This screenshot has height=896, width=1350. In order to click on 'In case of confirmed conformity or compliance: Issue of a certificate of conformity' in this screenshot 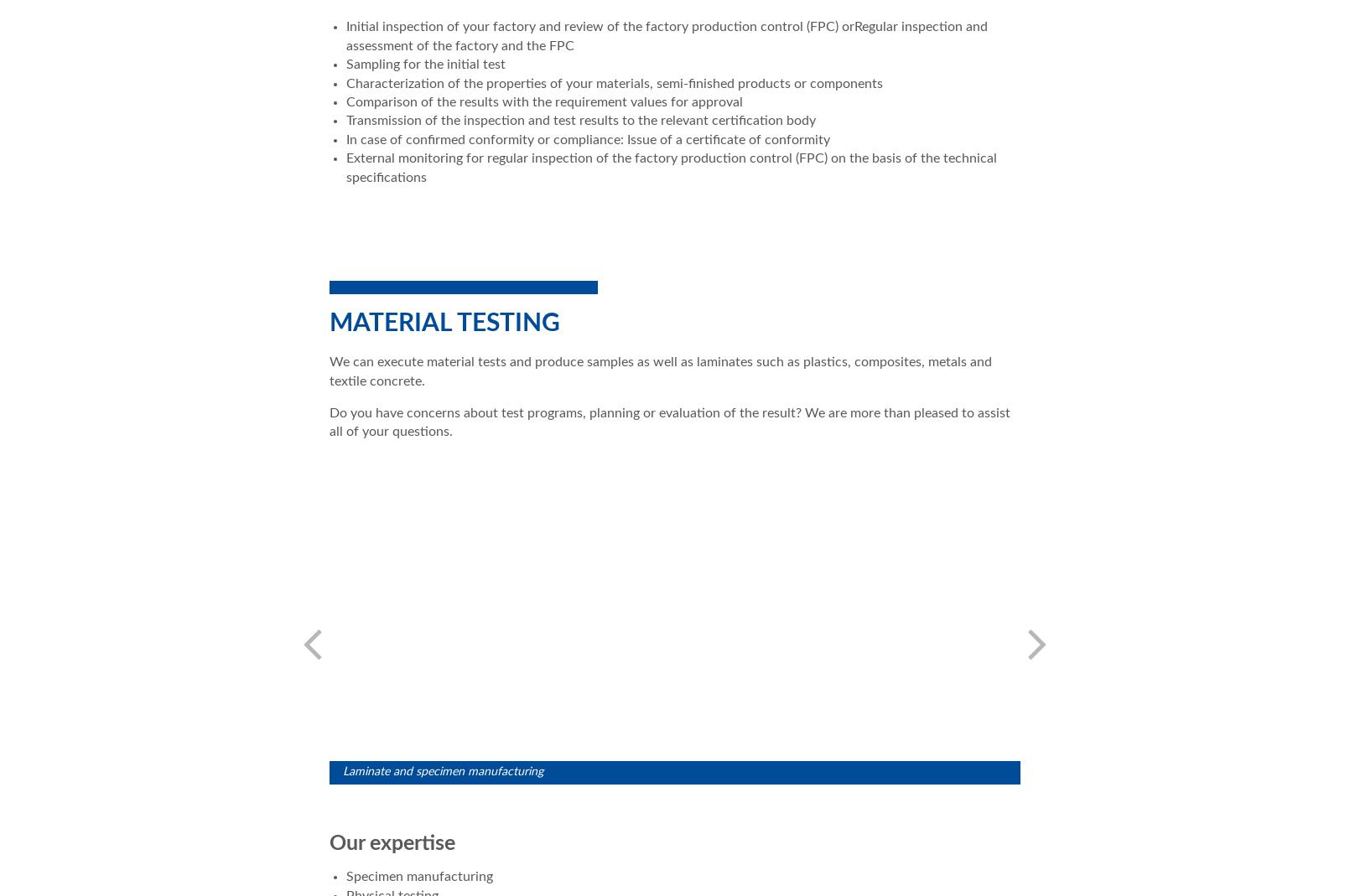, I will do `click(588, 139)`.